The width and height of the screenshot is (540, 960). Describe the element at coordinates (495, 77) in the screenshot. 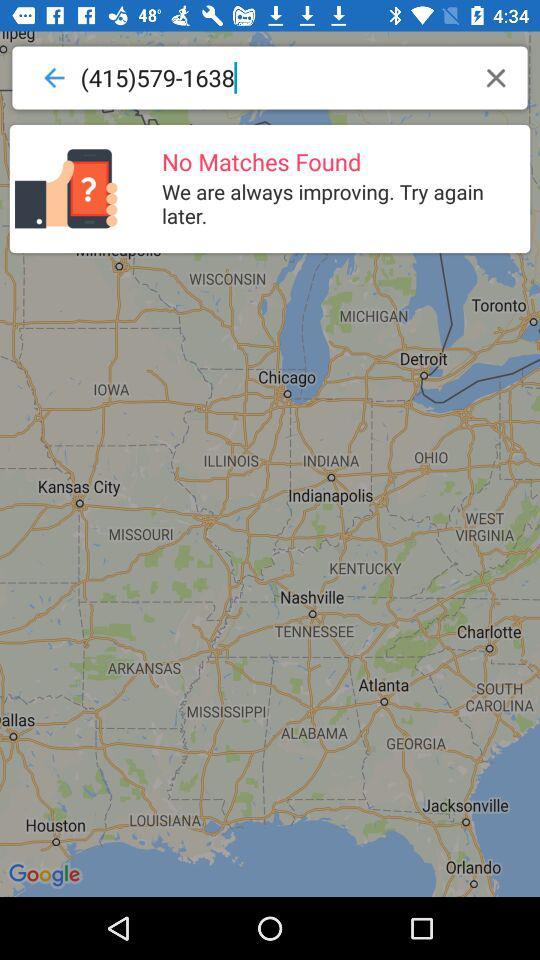

I see `the item next to the (415)579-1638 item` at that location.